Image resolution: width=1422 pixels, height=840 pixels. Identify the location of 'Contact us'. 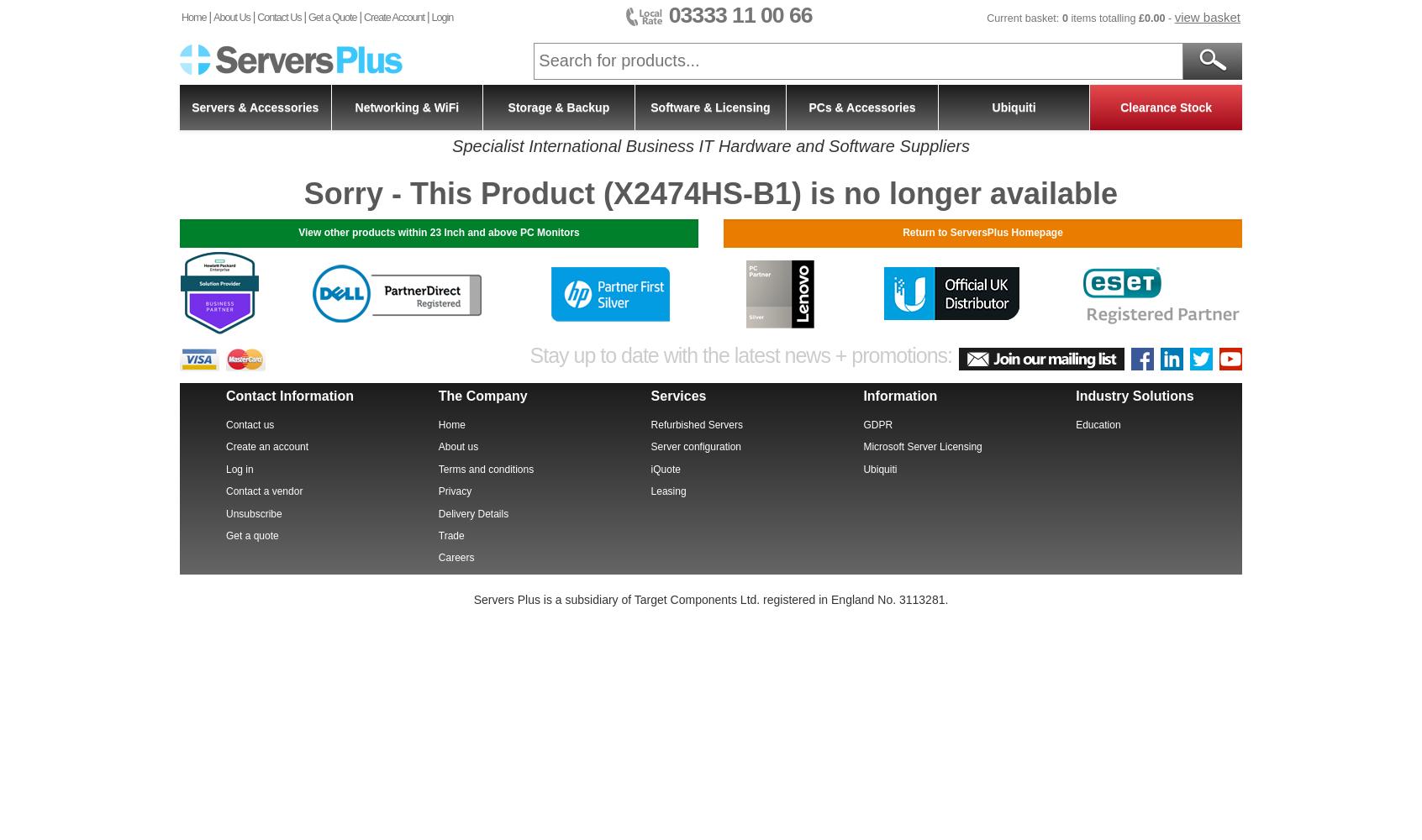
(249, 424).